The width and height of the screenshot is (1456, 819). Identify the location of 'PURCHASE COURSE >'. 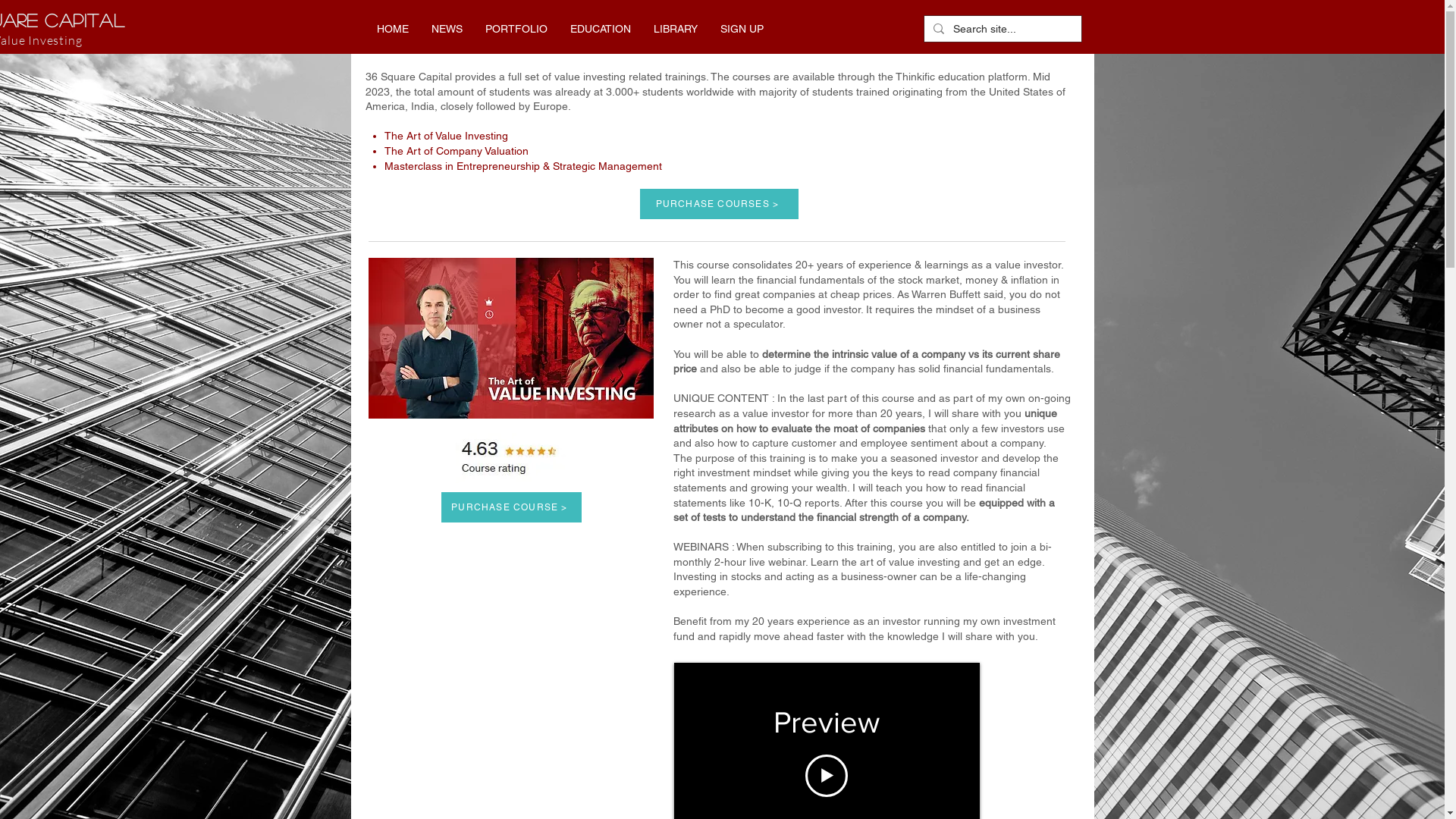
(511, 507).